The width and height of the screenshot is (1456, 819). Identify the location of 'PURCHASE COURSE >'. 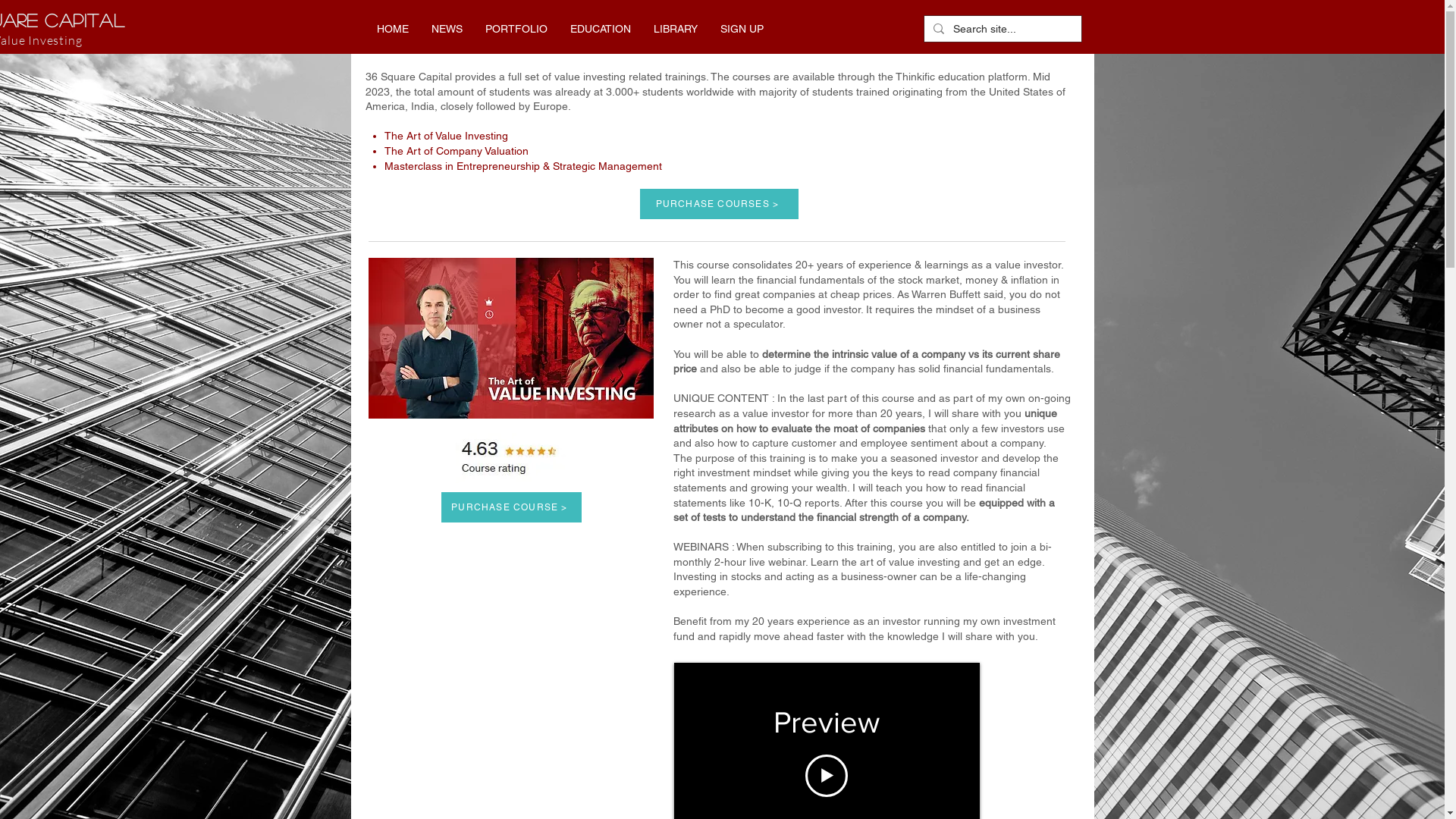
(511, 507).